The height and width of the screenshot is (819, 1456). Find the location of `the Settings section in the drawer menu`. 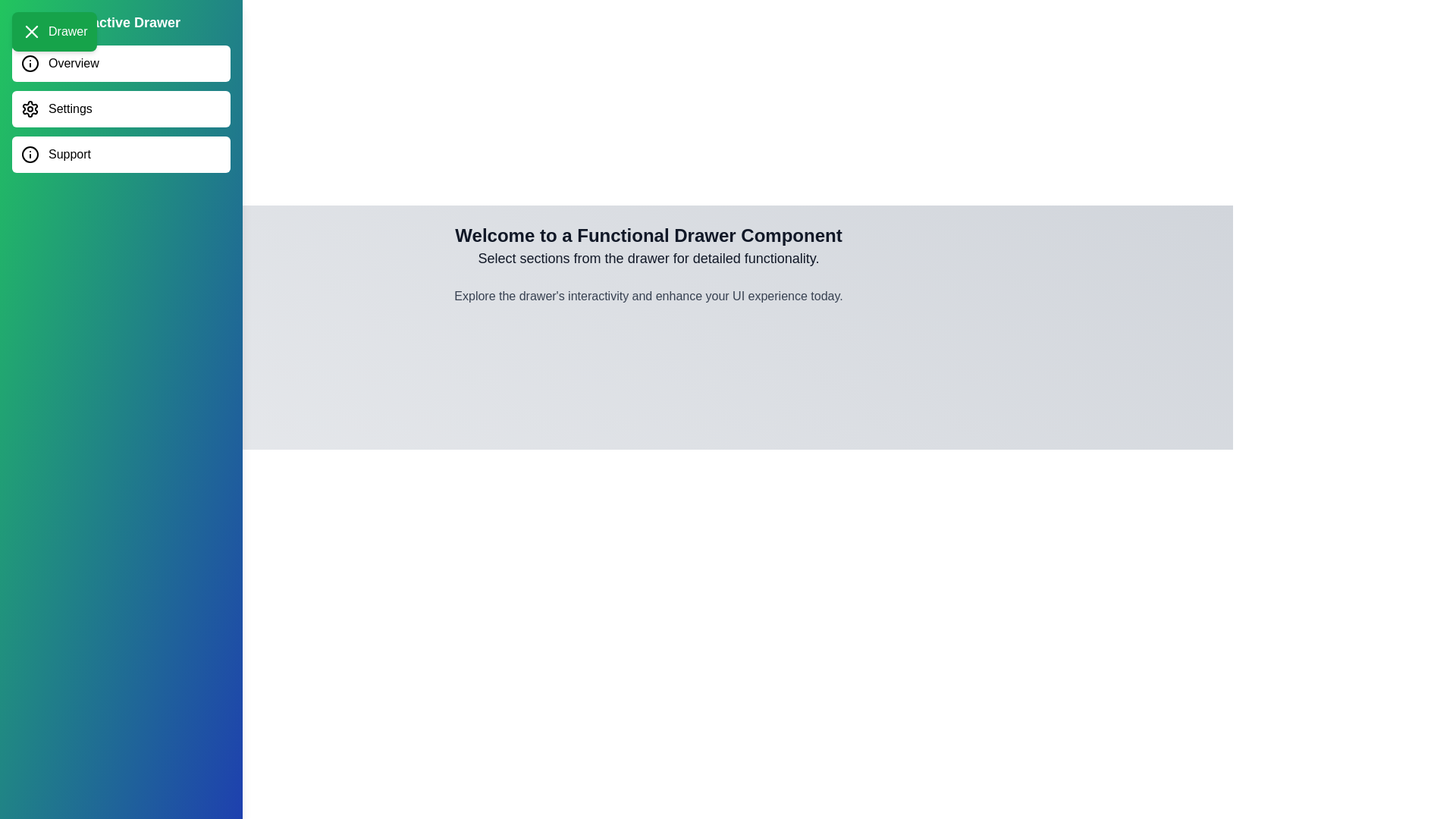

the Settings section in the drawer menu is located at coordinates (120, 108).